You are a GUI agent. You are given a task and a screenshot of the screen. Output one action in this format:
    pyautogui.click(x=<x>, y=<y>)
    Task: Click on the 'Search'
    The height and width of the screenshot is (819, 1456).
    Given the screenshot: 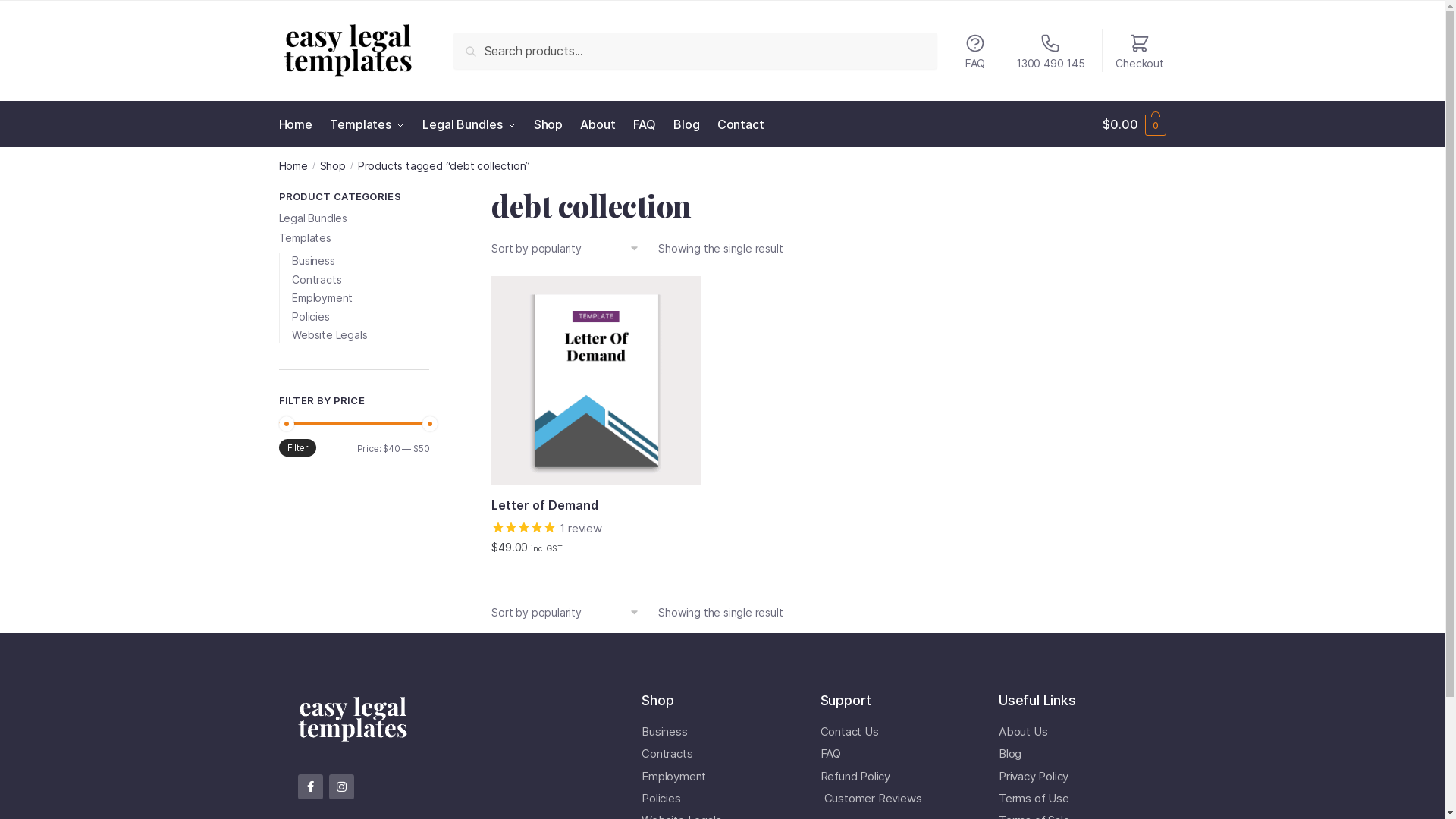 What is the action you would take?
    pyautogui.click(x=475, y=42)
    